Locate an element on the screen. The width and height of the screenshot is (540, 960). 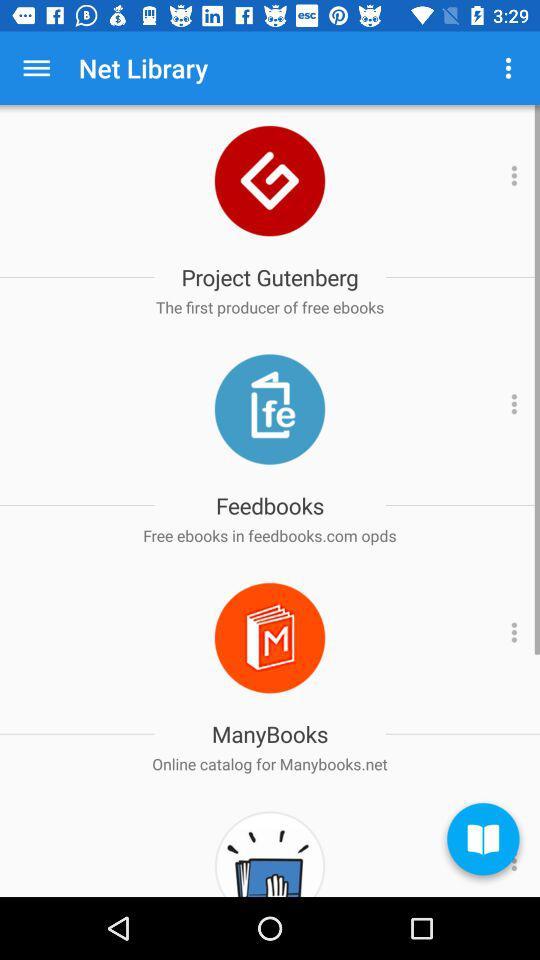
the the first producer is located at coordinates (270, 307).